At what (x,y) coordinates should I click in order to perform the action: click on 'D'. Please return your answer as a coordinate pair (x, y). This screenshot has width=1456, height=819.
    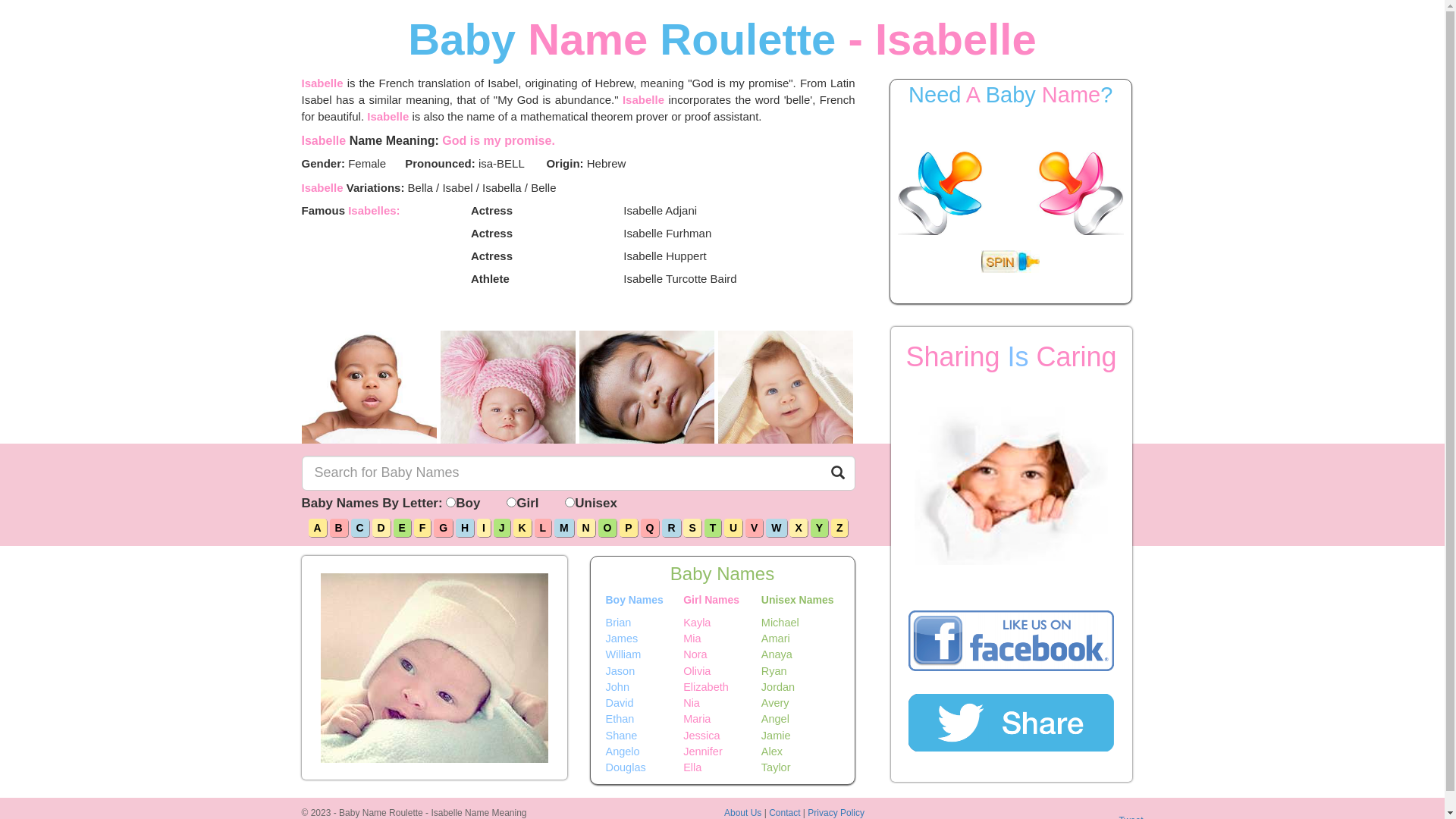
    Looking at the image, I should click on (372, 526).